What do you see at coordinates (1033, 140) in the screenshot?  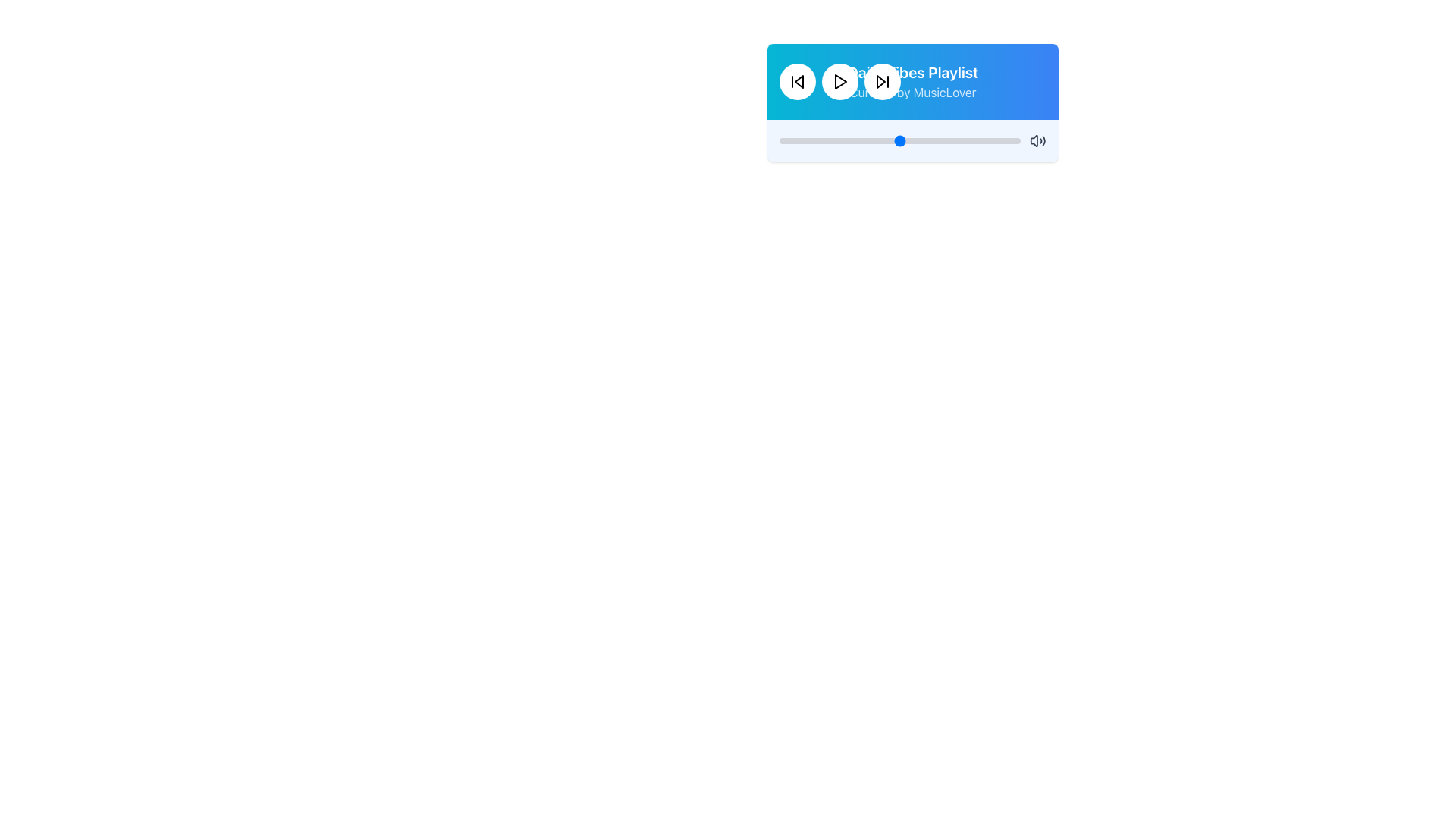 I see `the speaker icon located in the bottom right section of the audio control bar to interact with the volume control` at bounding box center [1033, 140].